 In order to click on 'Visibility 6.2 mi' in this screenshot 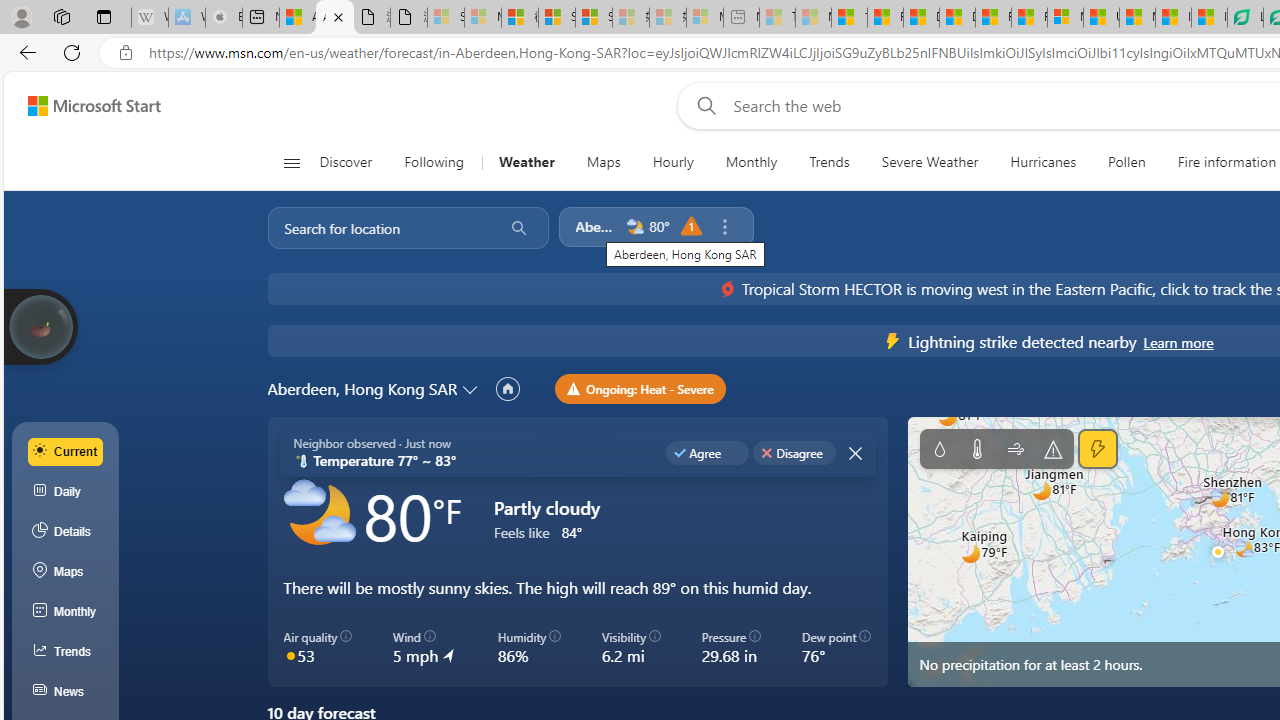, I will do `click(630, 648)`.